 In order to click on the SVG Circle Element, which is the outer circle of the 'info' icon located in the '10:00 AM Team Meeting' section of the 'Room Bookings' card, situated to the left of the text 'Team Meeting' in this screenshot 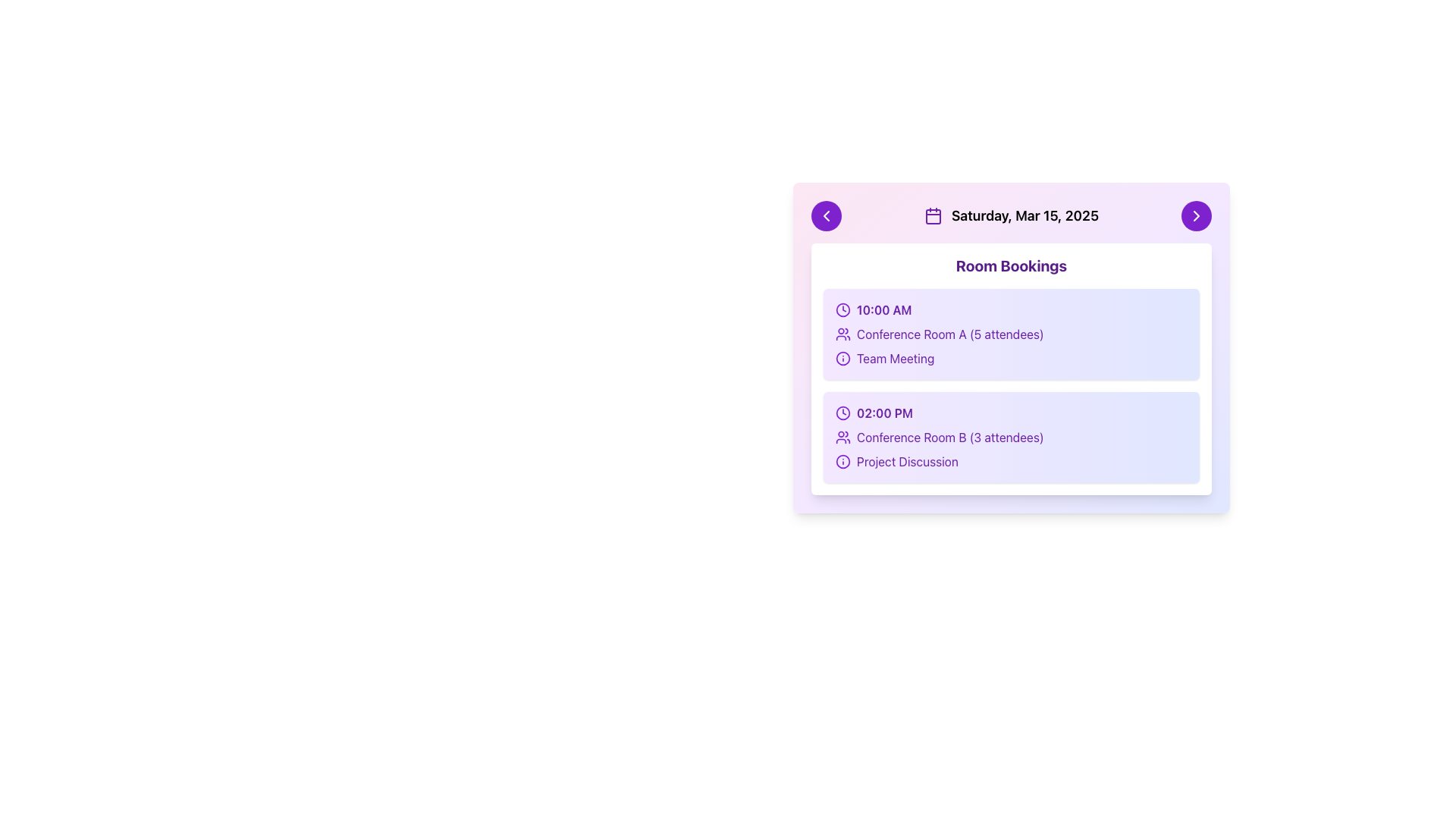, I will do `click(843, 359)`.